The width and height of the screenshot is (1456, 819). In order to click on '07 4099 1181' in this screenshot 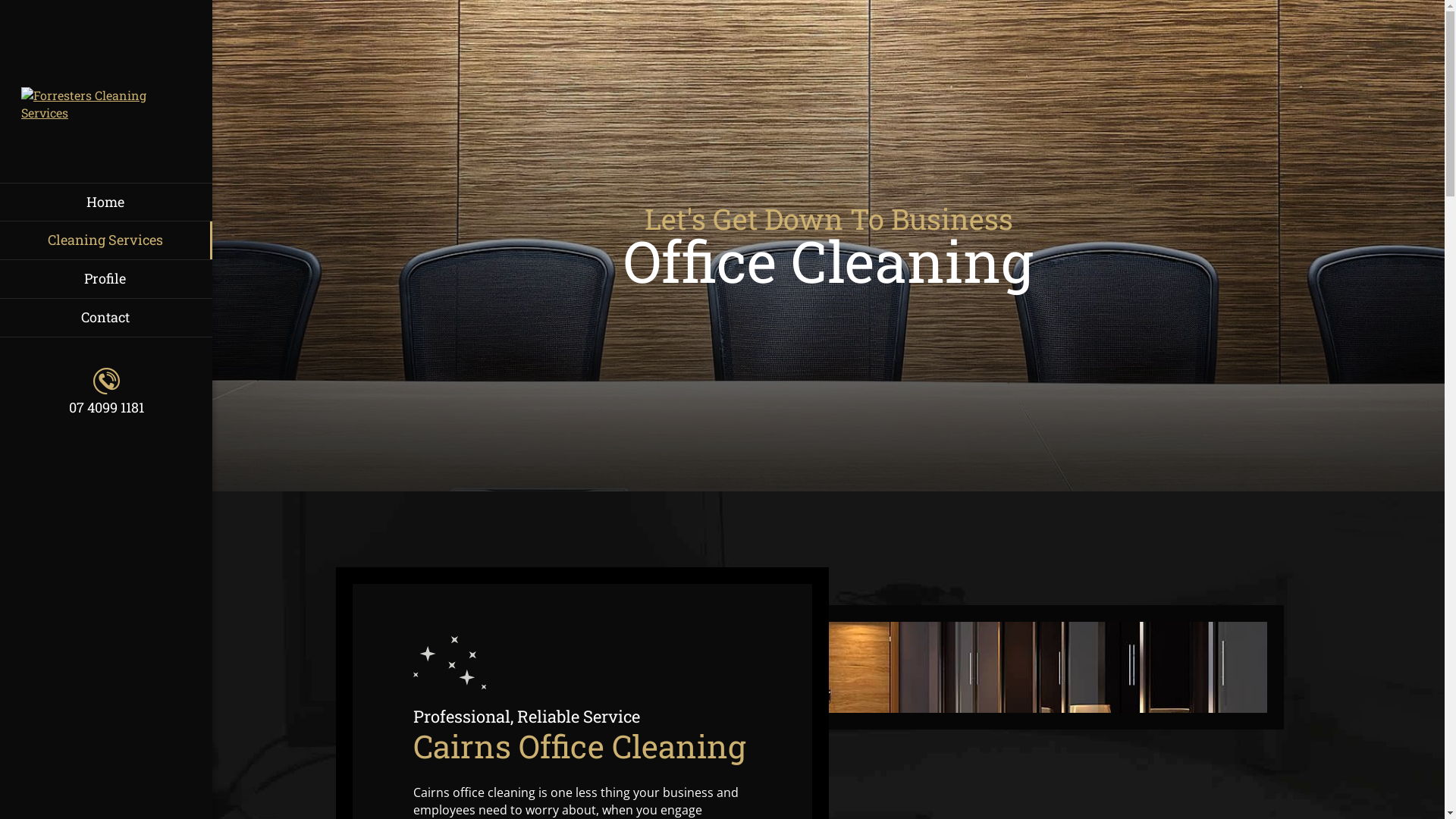, I will do `click(21, 391)`.